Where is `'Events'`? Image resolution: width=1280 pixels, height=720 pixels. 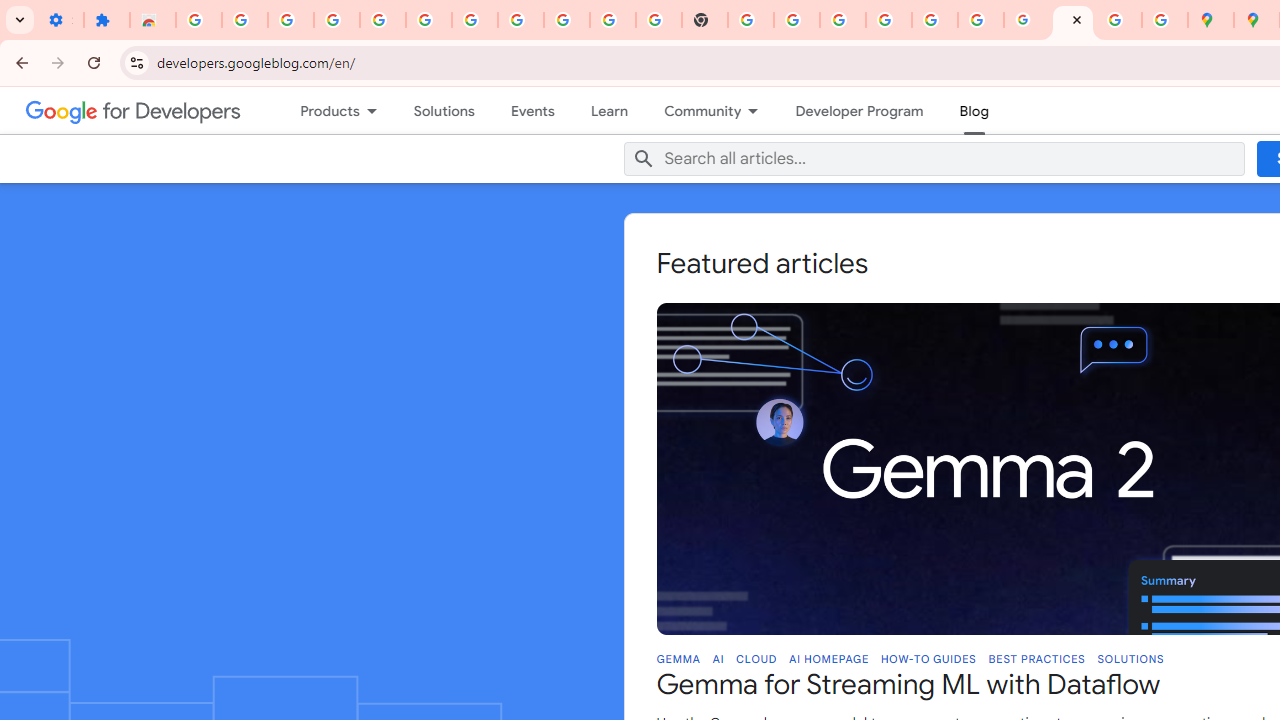 'Events' is located at coordinates (532, 110).